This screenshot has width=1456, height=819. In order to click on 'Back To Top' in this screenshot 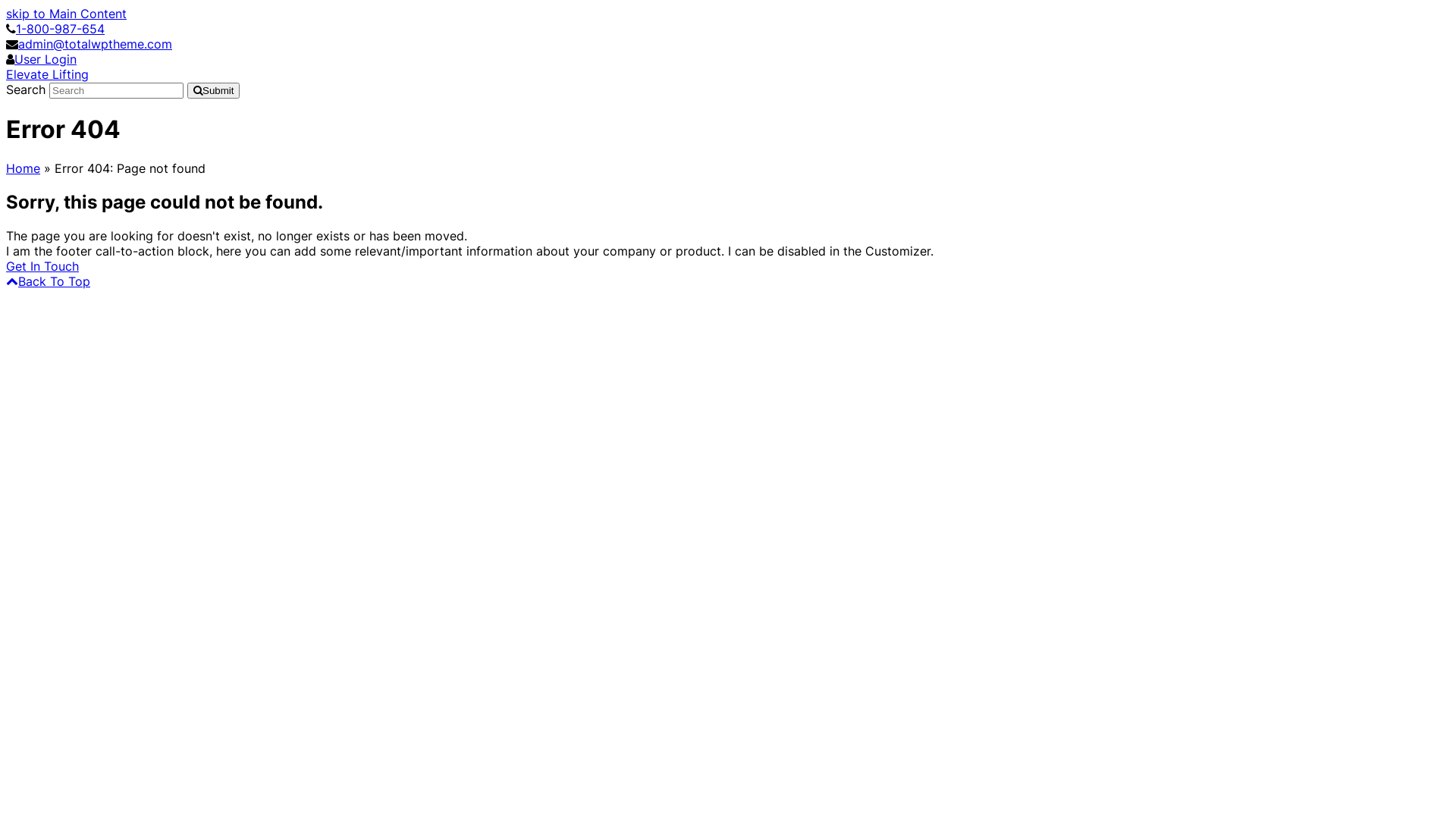, I will do `click(48, 281)`.